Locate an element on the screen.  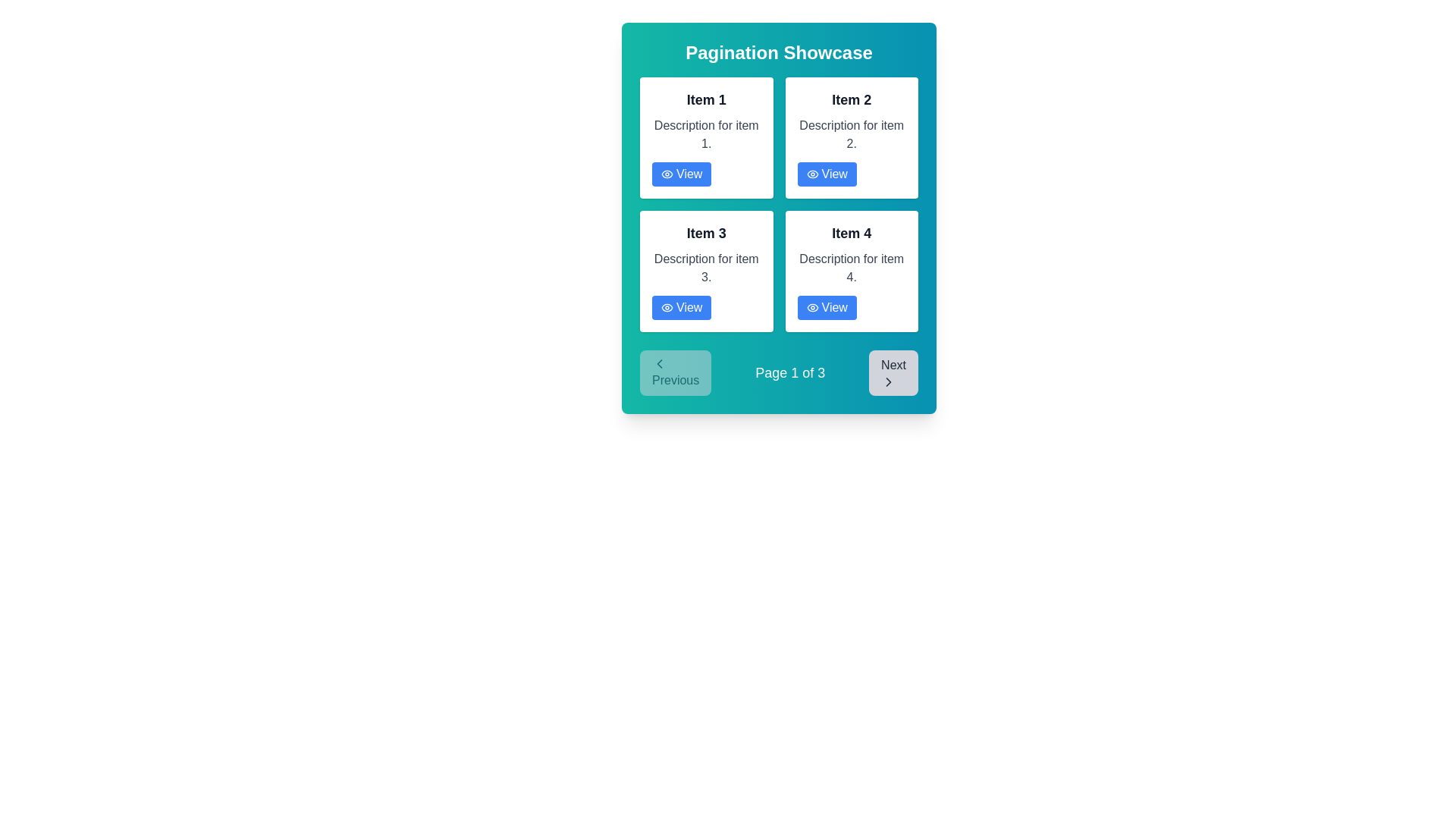
the 'View' button, which contains a graphical icon indicating visibility, located is located at coordinates (667, 174).